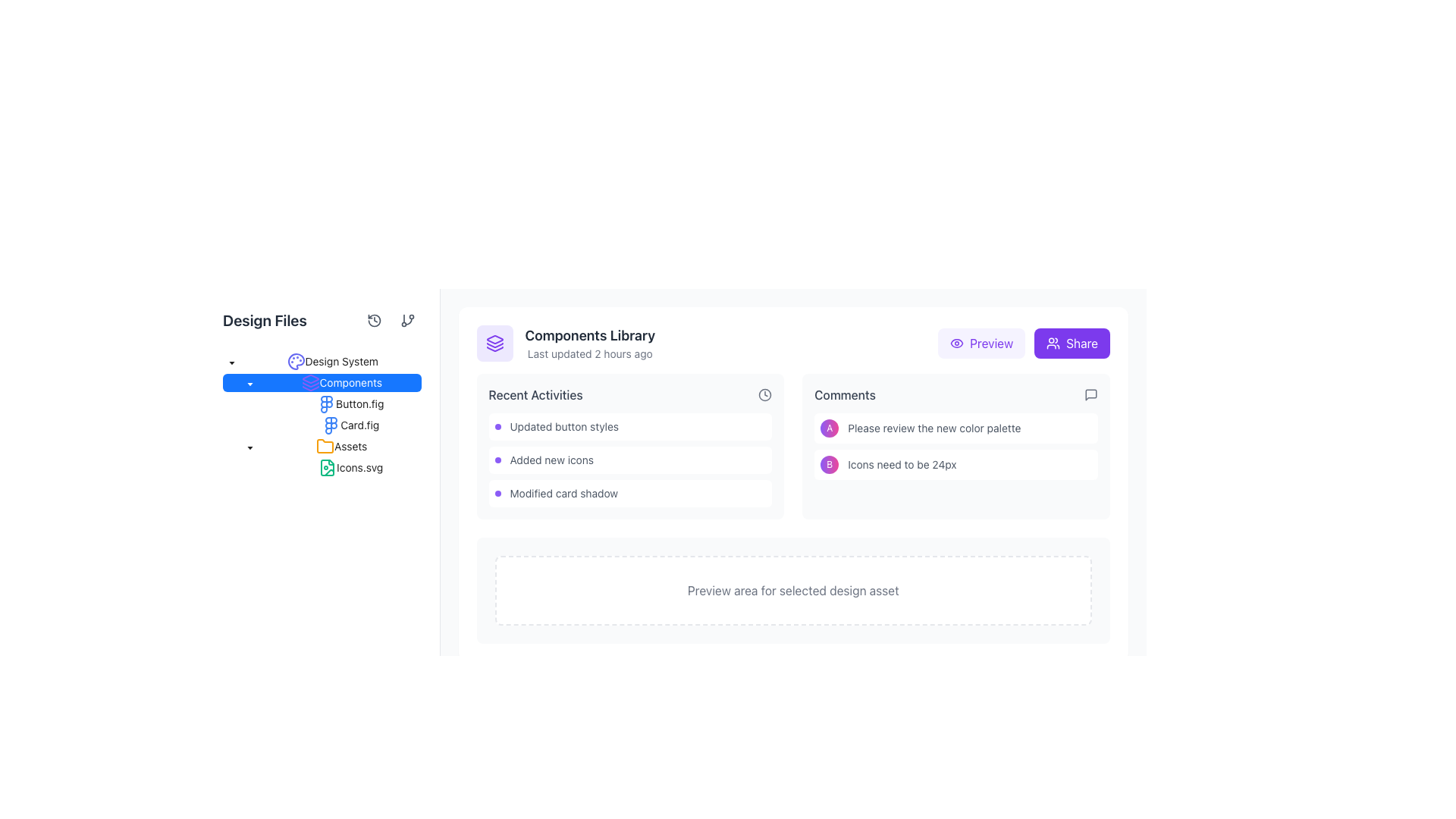  Describe the element at coordinates (374, 320) in the screenshot. I see `the circular 'history' or 'reset' icon with a counterclockwise arrow enclosing a clock hand` at that location.